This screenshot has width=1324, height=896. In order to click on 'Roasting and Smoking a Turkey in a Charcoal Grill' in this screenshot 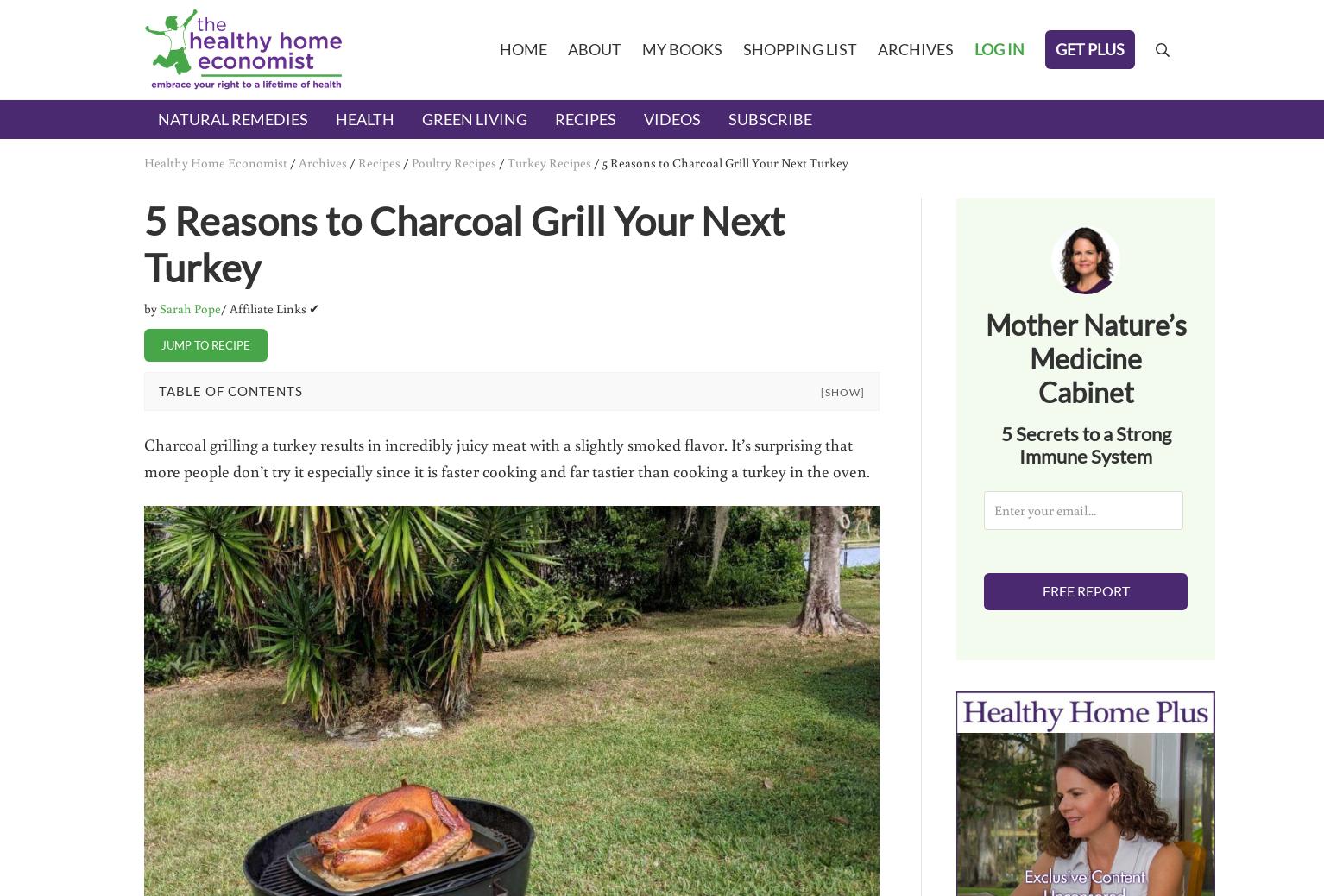, I will do `click(157, 466)`.